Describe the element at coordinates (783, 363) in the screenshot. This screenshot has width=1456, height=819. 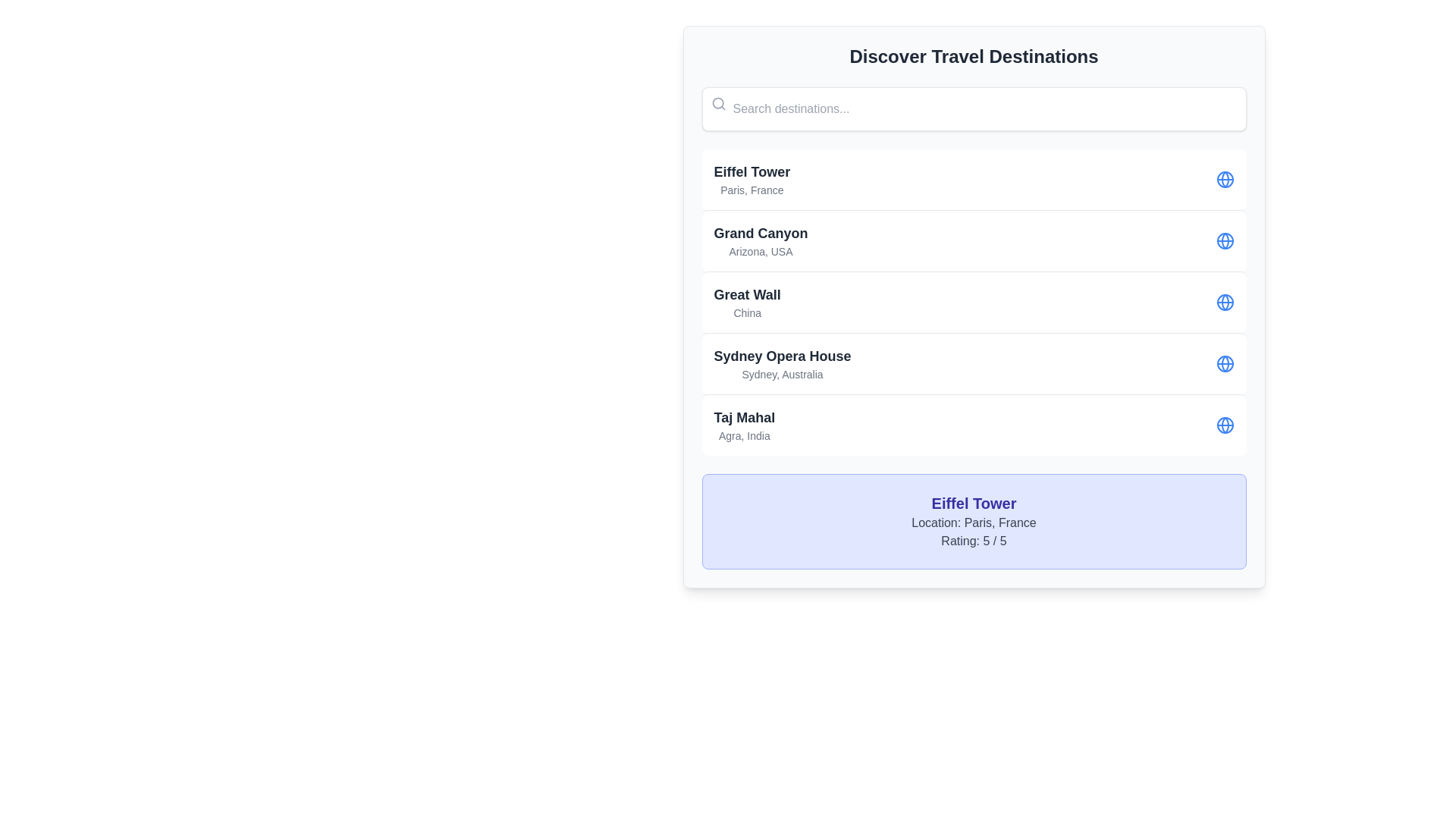
I see `displayed text from the 'Sydney Opera House' text display element, which consists of two lines: 'Sydney Opera House' and 'Sydney, Australia'. This element is located in the fourth row of the travel destinations list` at that location.